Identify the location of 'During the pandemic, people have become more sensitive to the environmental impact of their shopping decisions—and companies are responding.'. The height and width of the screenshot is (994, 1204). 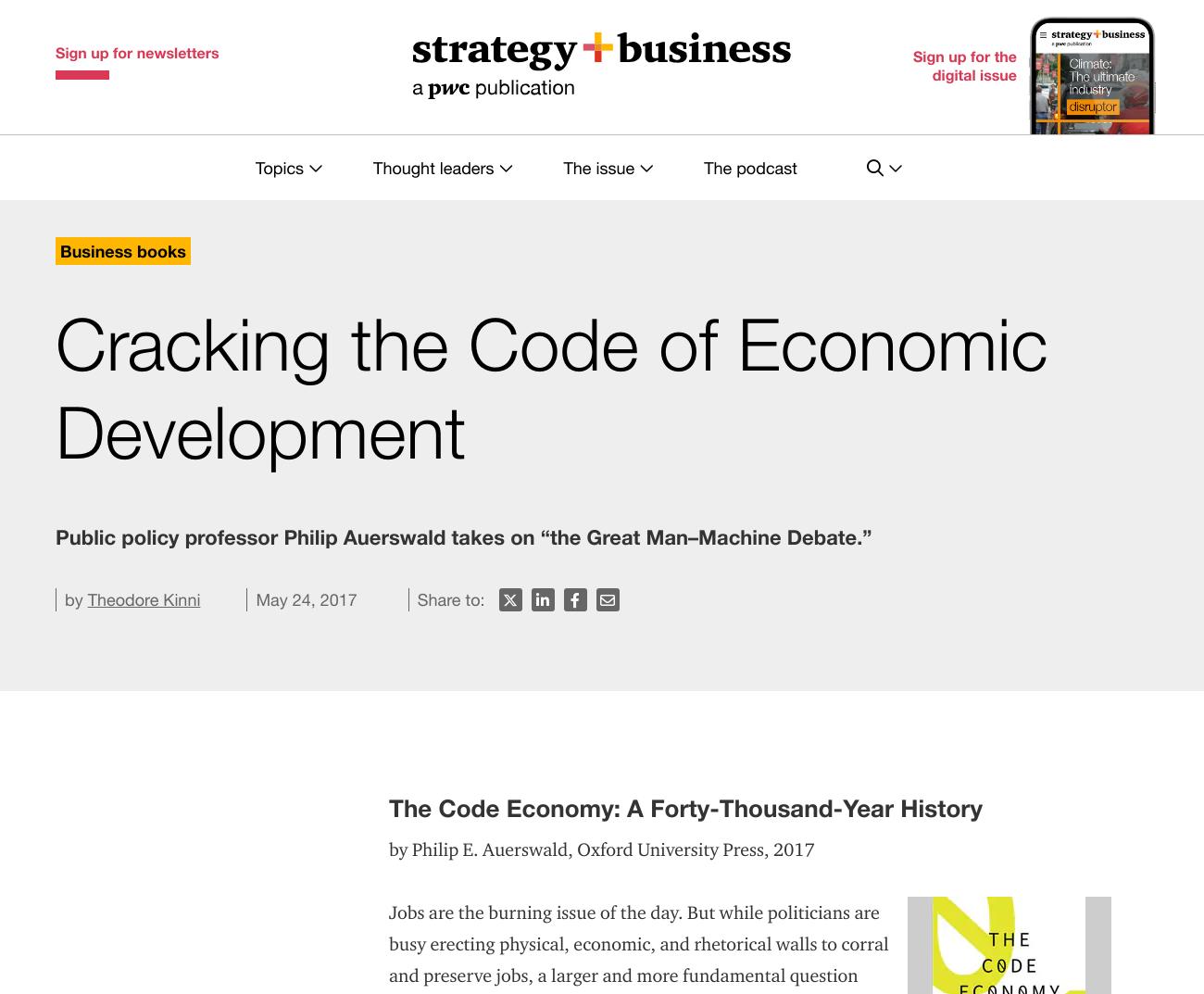
(611, 817).